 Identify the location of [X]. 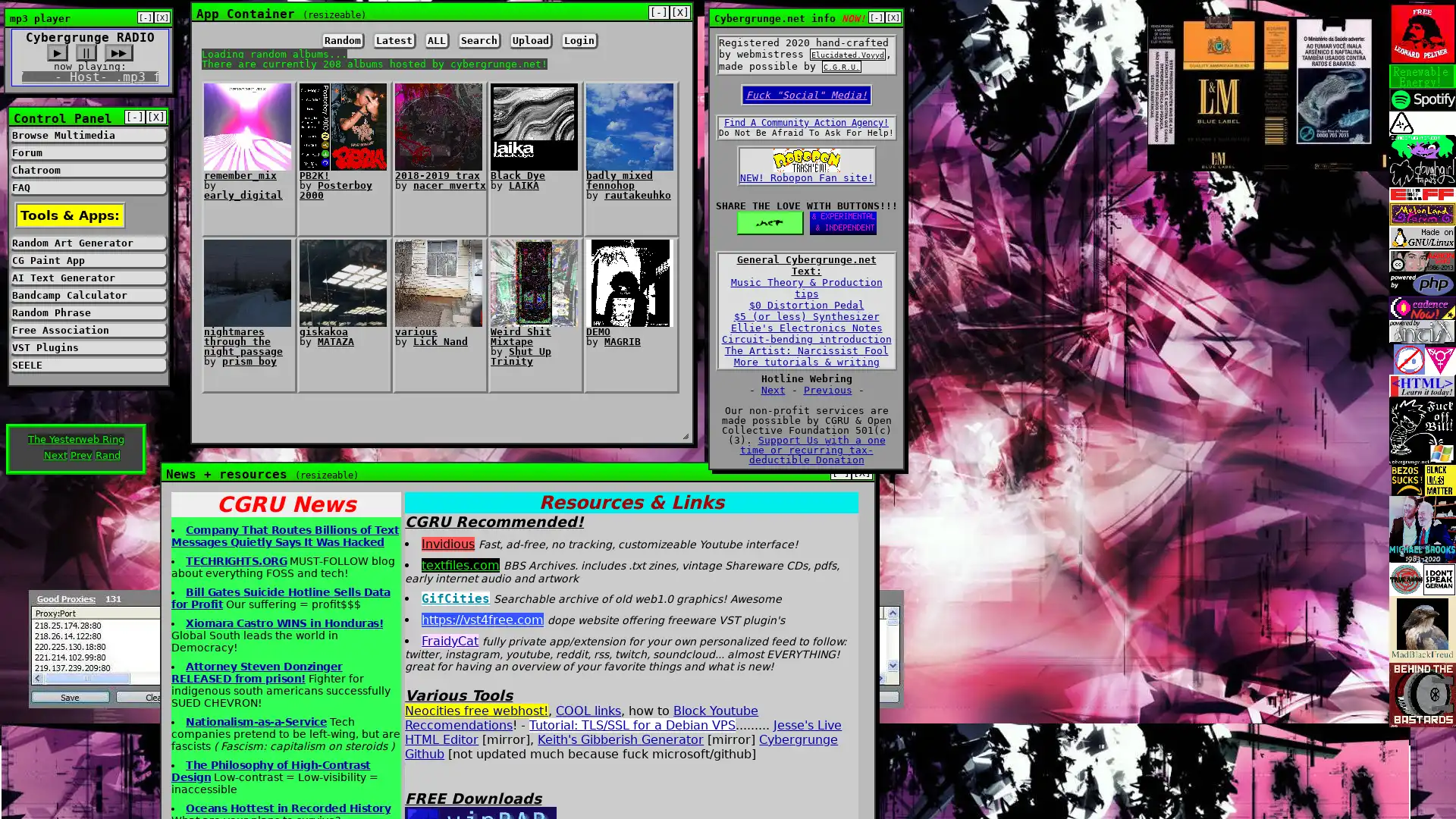
(893, 17).